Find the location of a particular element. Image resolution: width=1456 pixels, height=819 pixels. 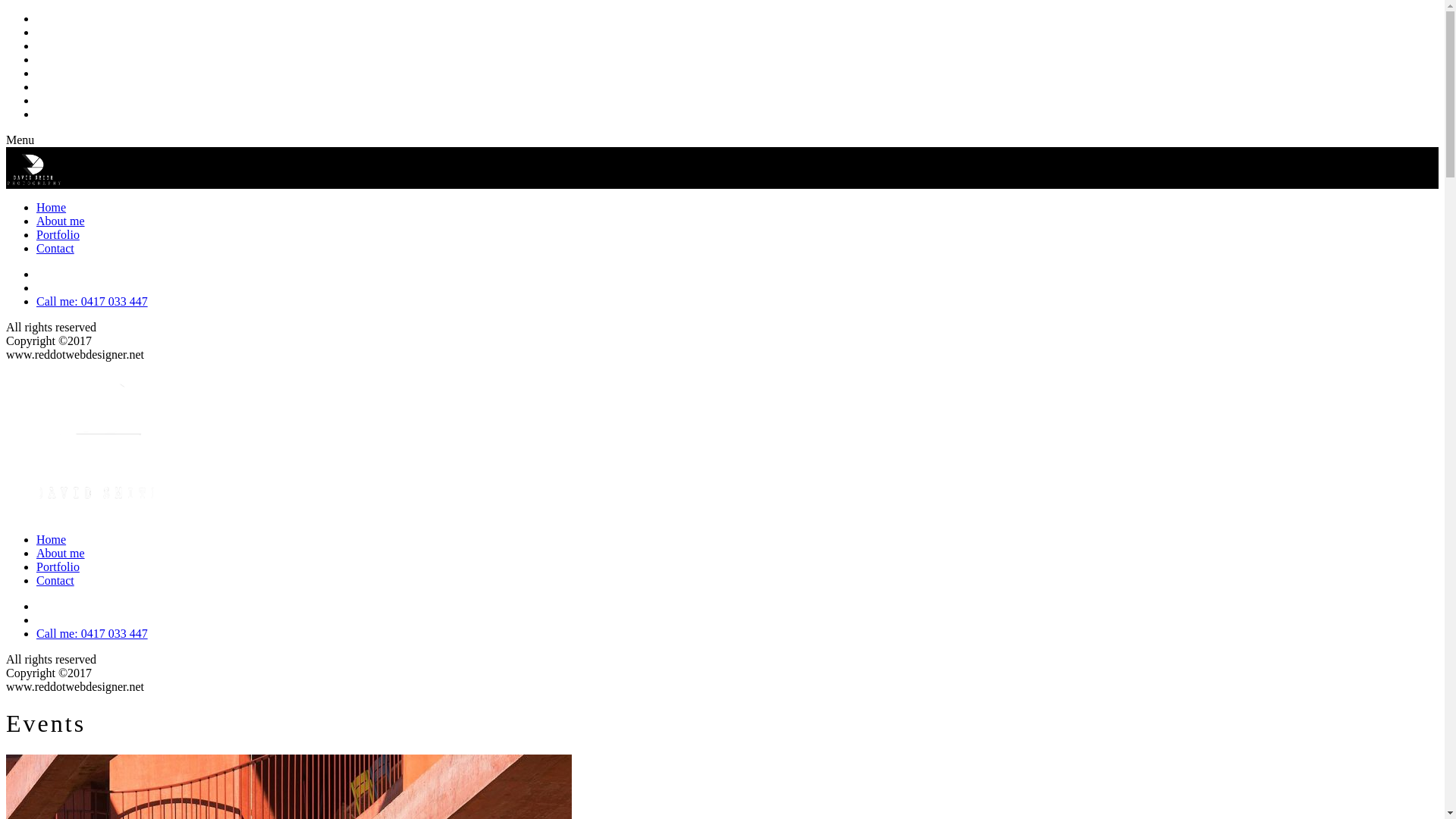

'Contact' is located at coordinates (55, 580).